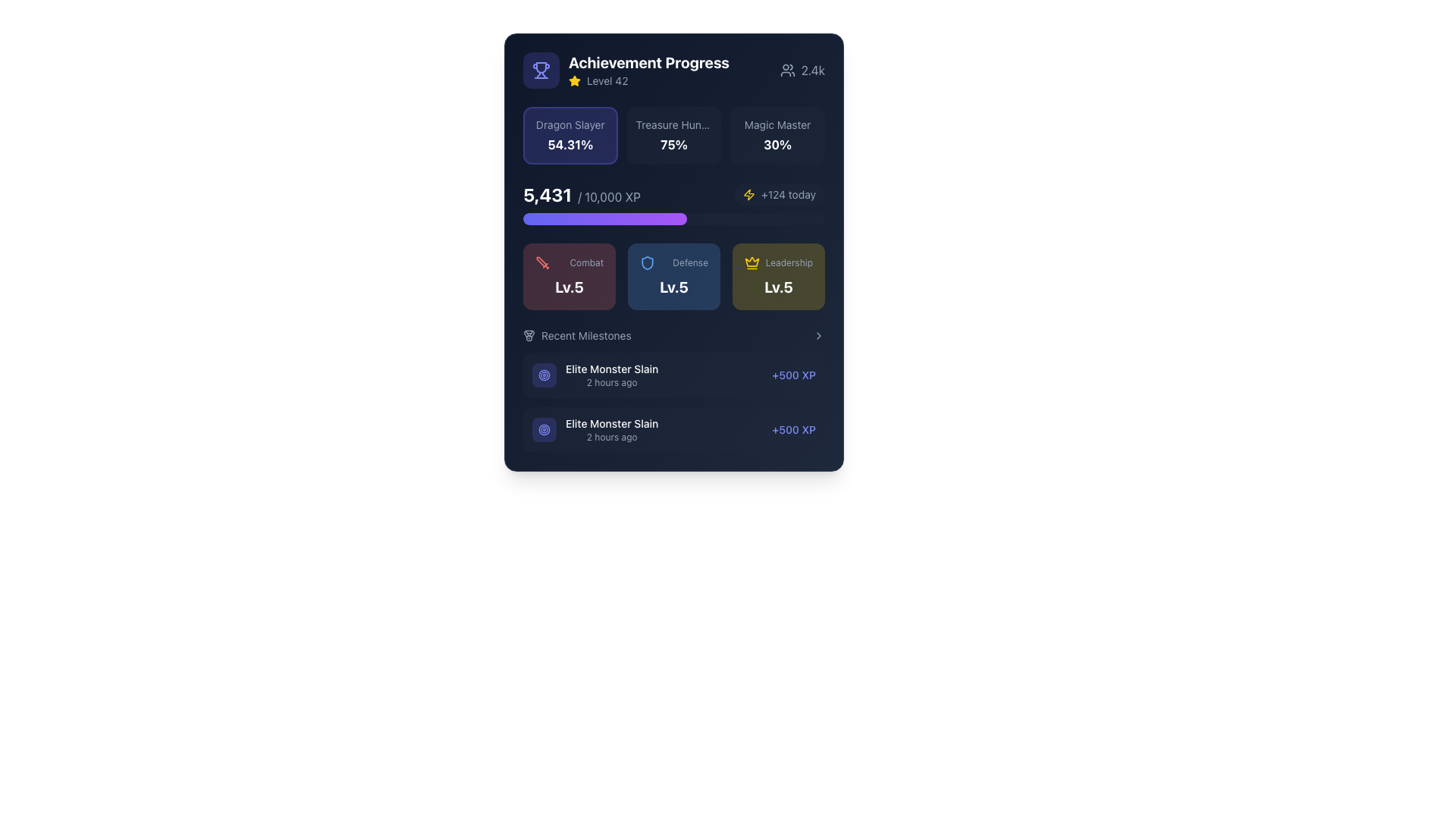 Image resolution: width=1456 pixels, height=819 pixels. I want to click on the text label displaying 'Recent Milestones', so click(585, 335).